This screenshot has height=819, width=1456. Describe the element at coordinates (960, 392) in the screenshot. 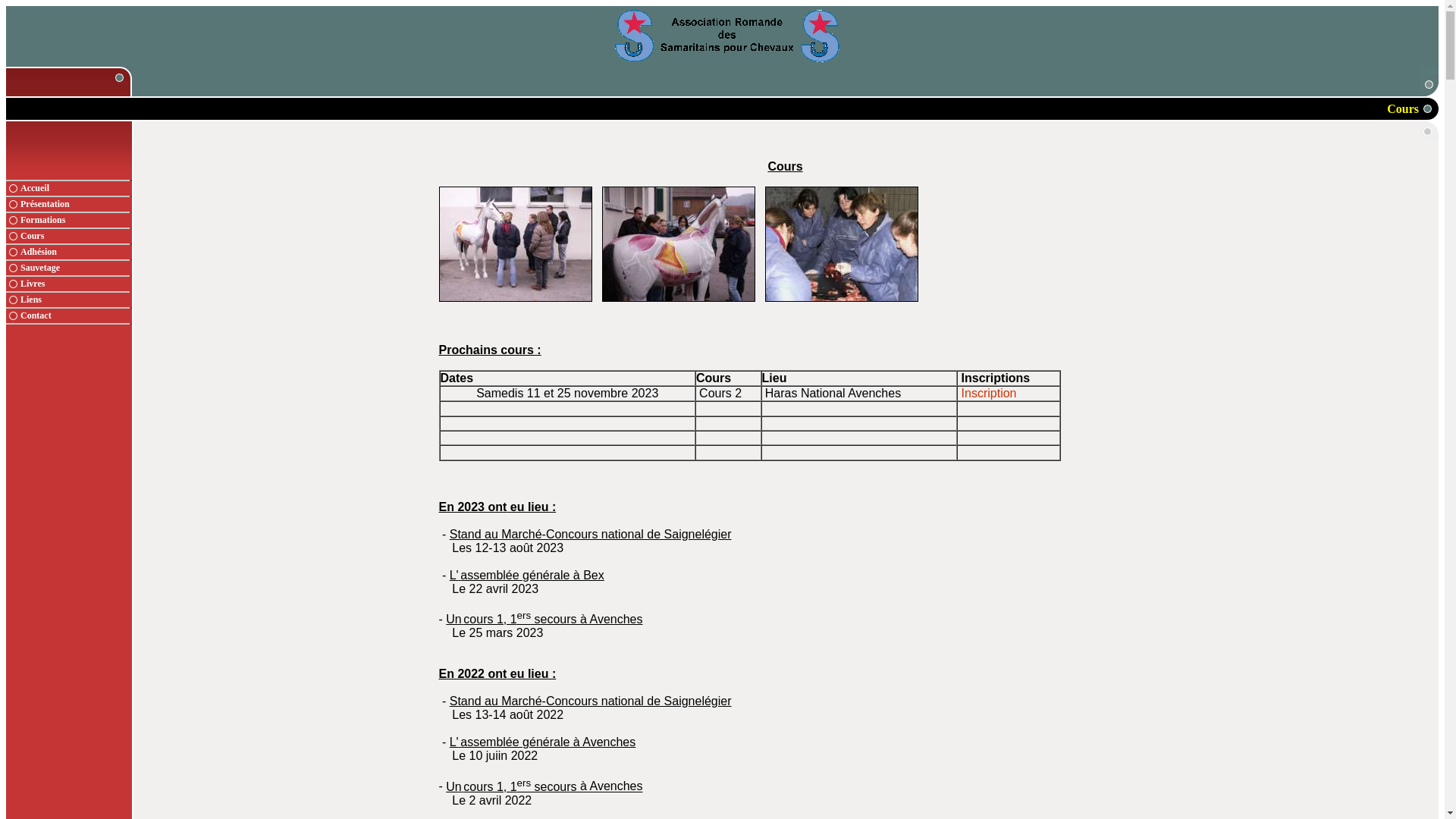

I see `'Inscription'` at that location.